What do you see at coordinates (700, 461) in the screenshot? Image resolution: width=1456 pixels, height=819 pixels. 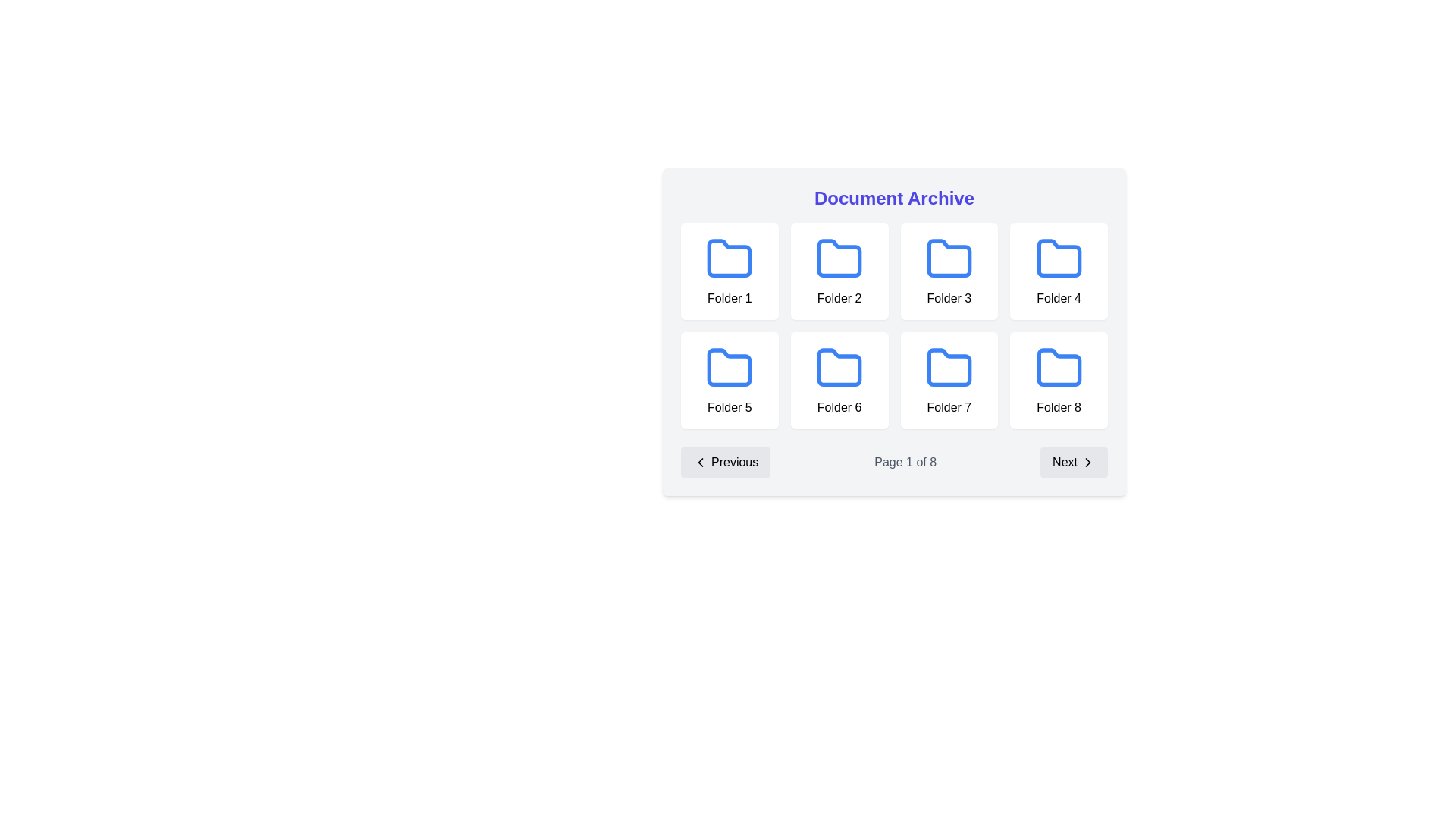 I see `the 'Previous' navigation icon located in the lower left corner of the document archive interface, which is styled` at bounding box center [700, 461].